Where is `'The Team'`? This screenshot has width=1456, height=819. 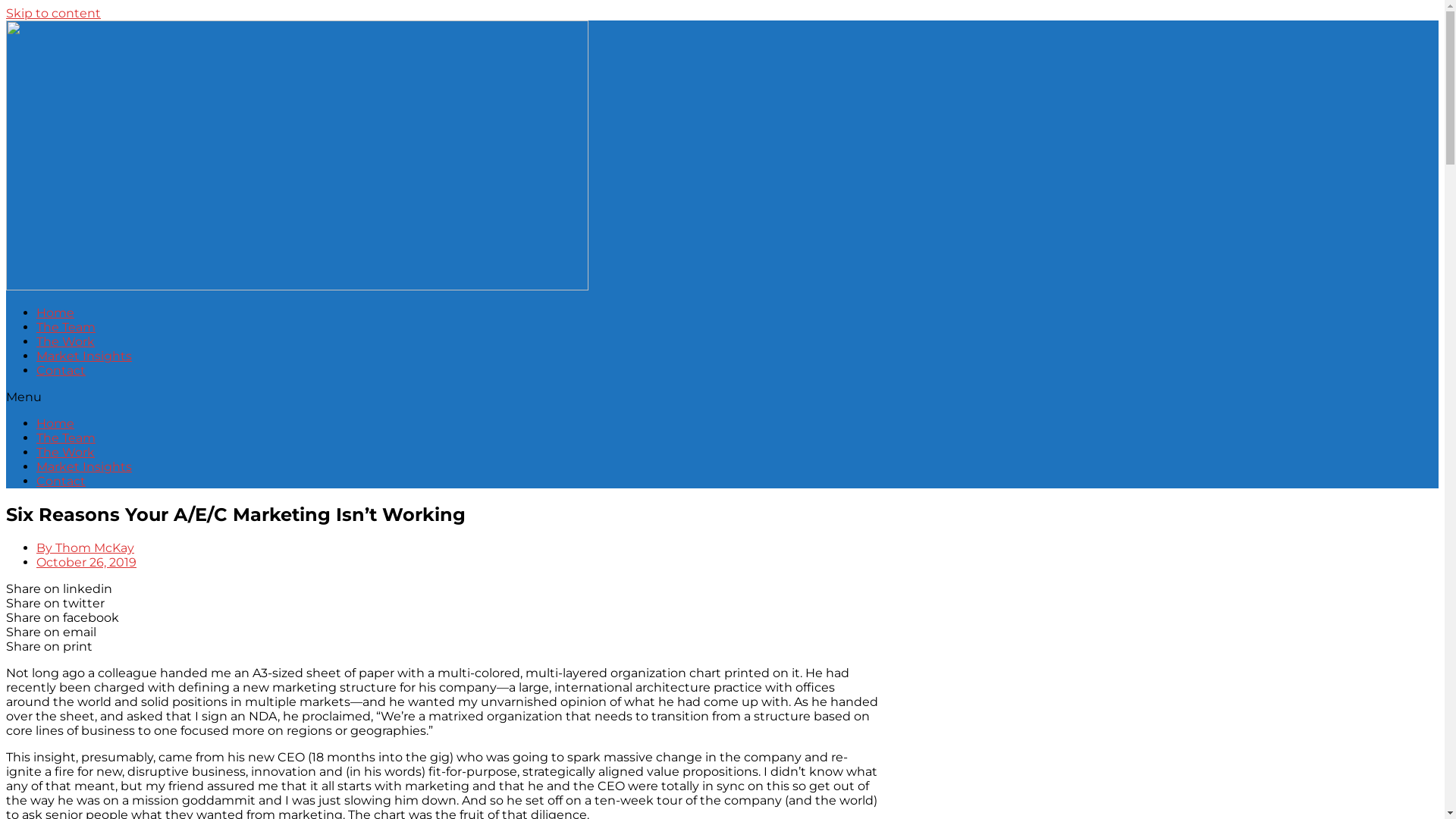
'The Team' is located at coordinates (64, 326).